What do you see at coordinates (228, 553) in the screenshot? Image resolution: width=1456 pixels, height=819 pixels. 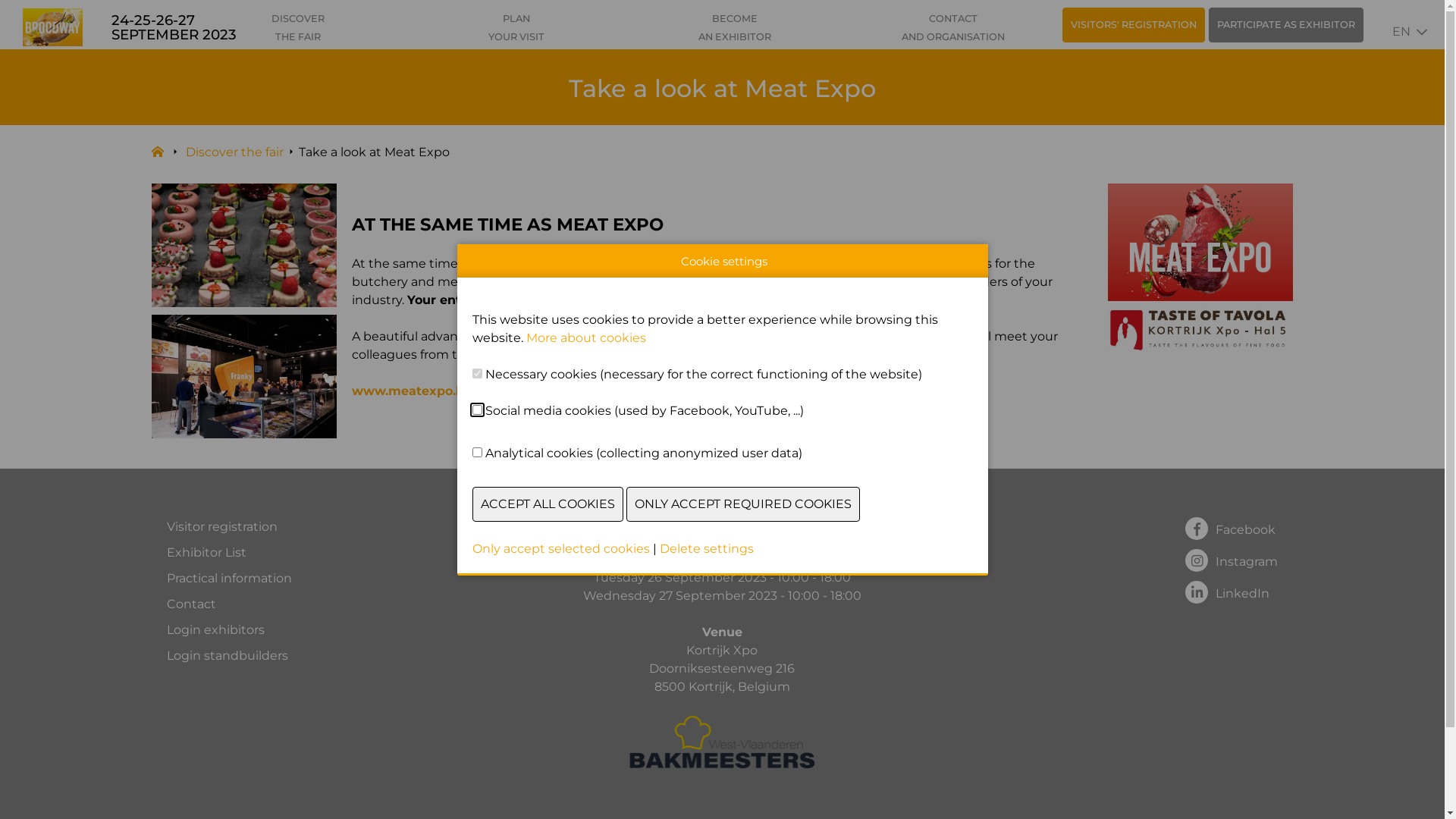 I see `'Exhibitor List'` at bounding box center [228, 553].